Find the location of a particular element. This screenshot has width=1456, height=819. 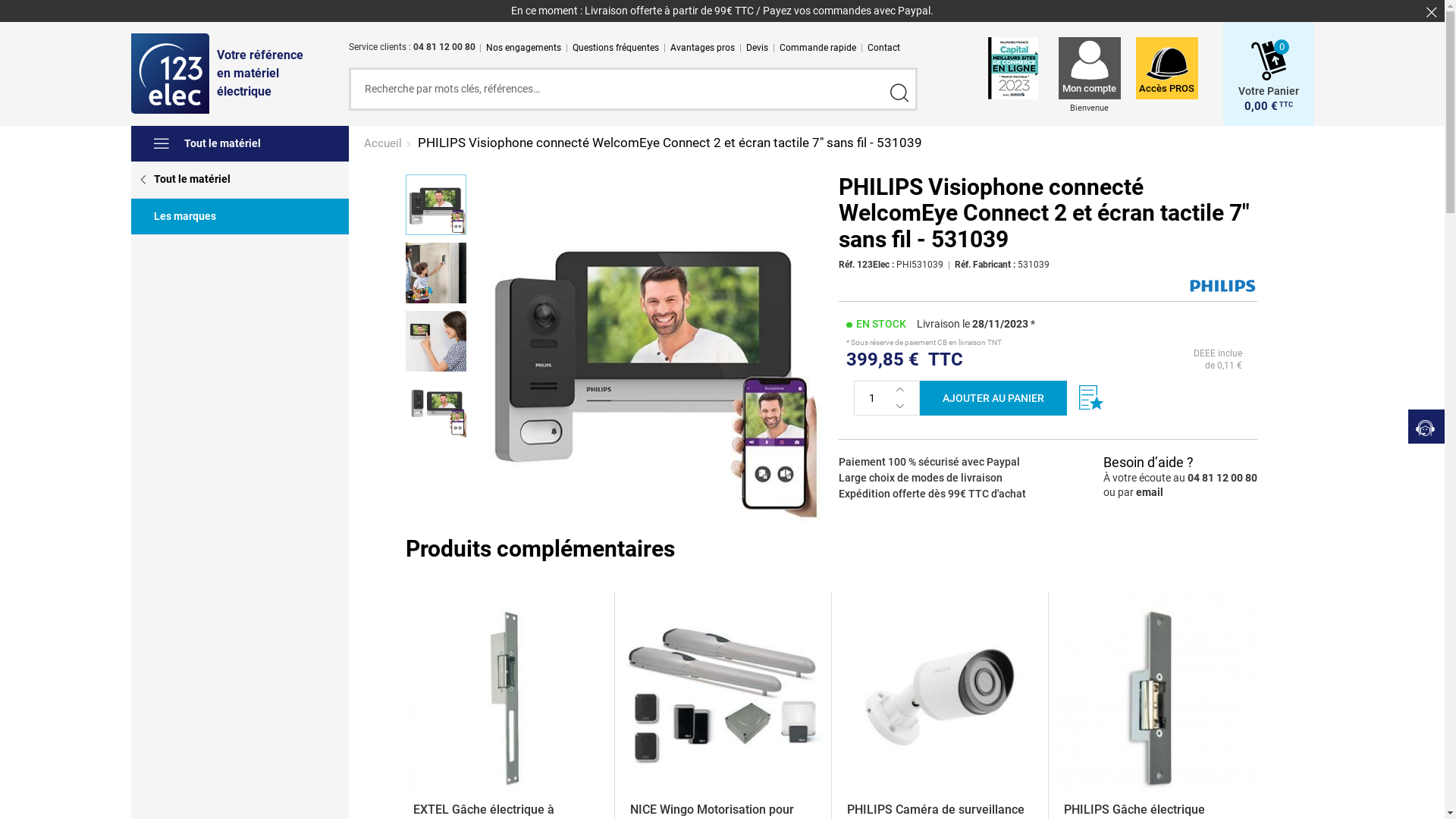

'Accueil' is located at coordinates (384, 143).